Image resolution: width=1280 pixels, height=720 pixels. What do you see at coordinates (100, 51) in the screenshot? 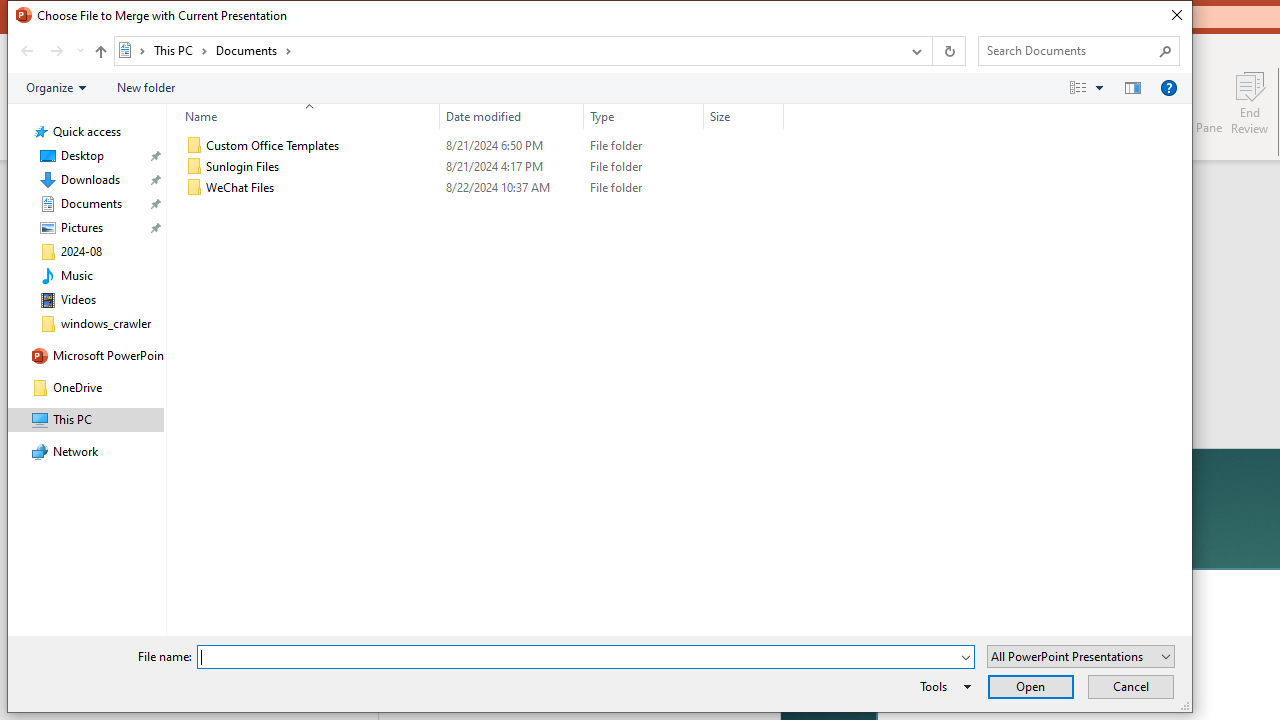
I see `'Up to "This PC" (Alt + Up Arrow)'` at bounding box center [100, 51].